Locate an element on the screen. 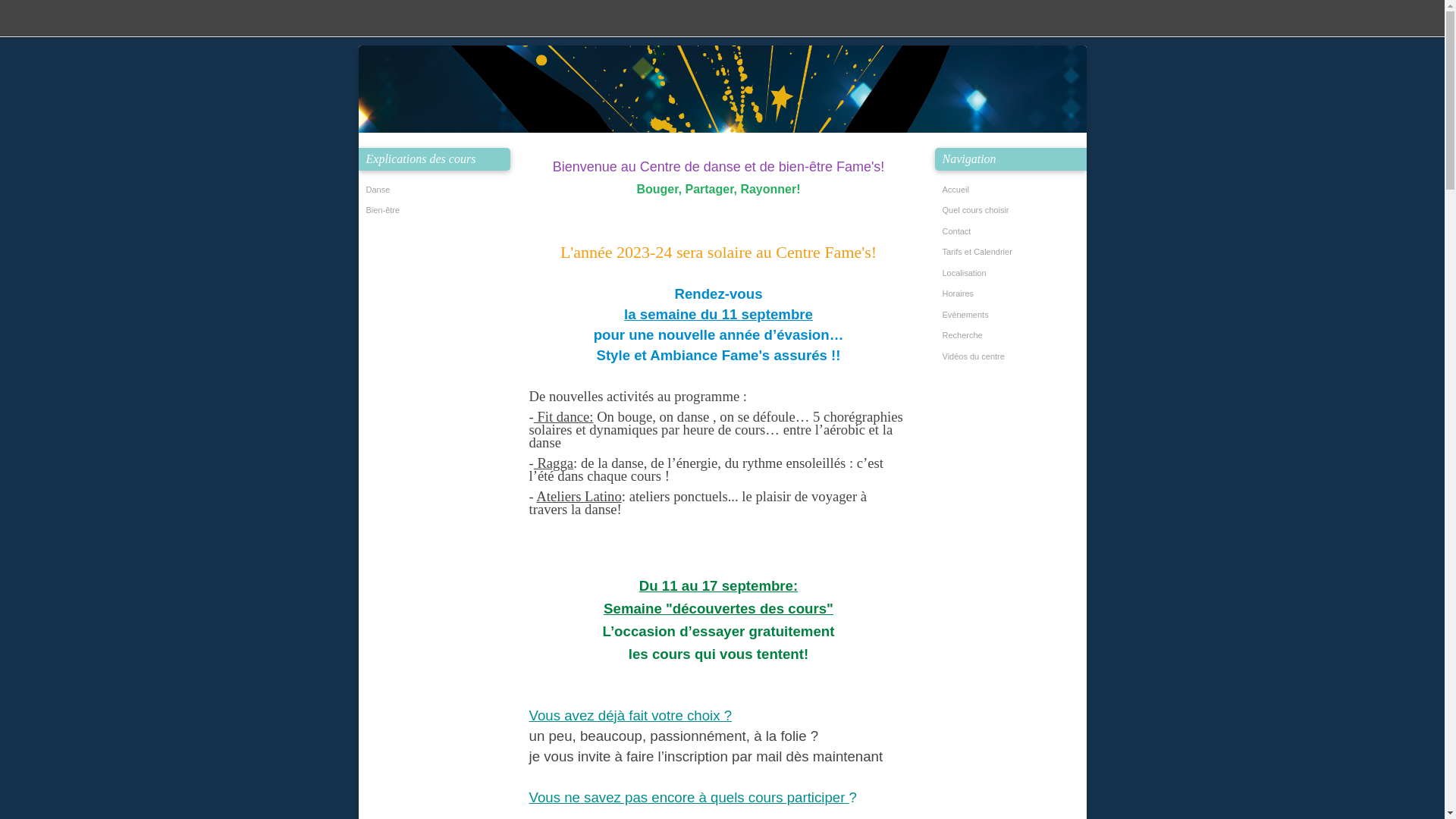  'Recherche' is located at coordinates (1012, 335).